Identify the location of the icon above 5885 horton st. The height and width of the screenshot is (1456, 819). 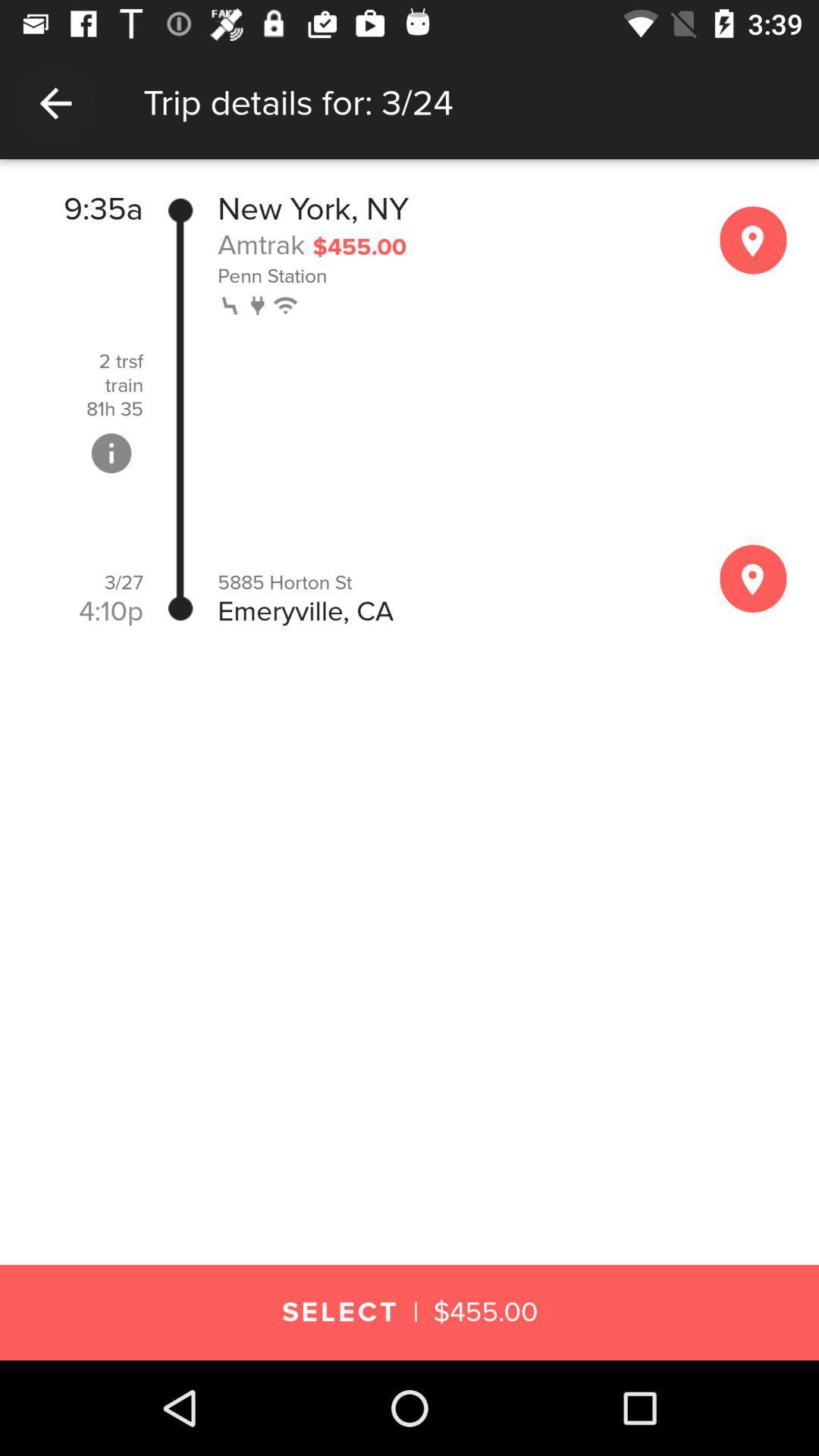
(259, 303).